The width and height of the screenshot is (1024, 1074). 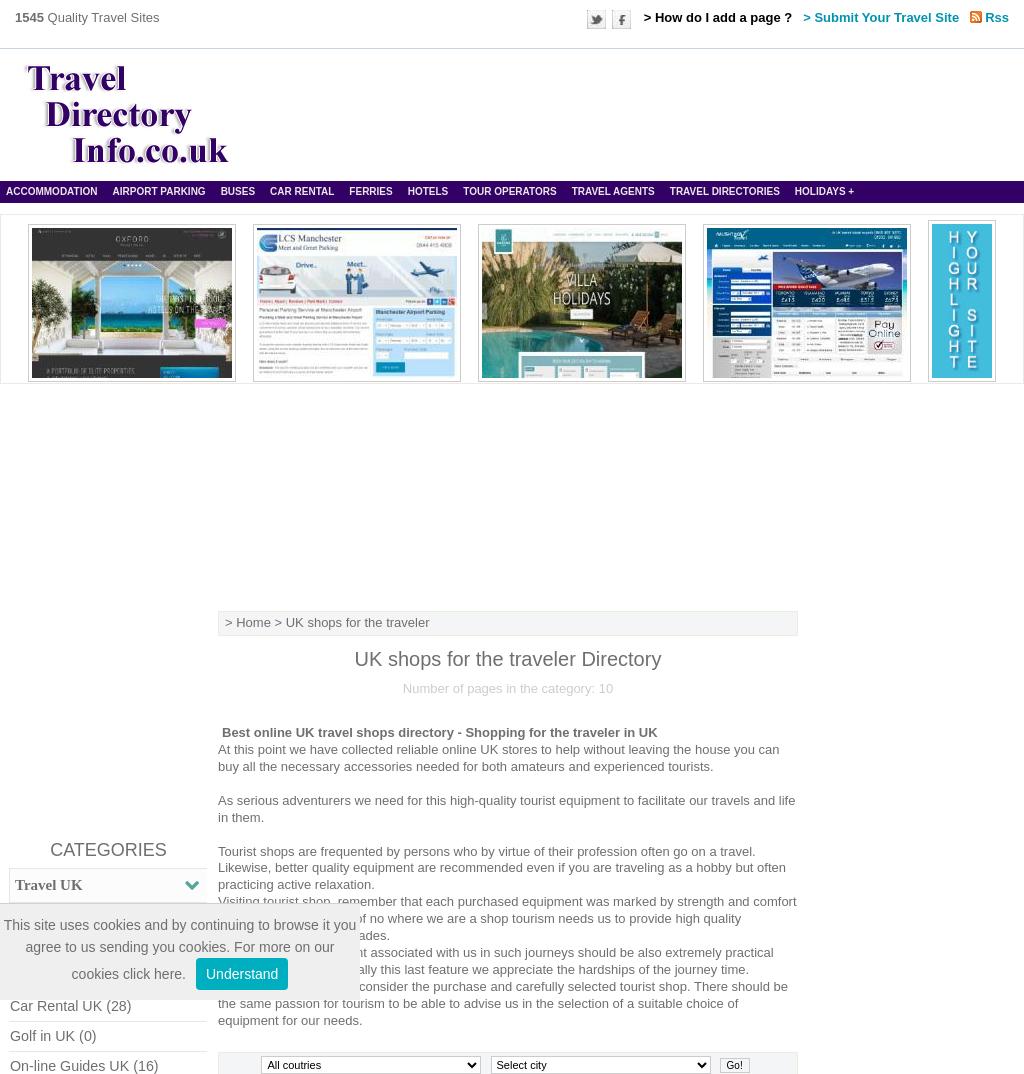 I want to click on '> Submit Your Travel Site', so click(x=881, y=16).